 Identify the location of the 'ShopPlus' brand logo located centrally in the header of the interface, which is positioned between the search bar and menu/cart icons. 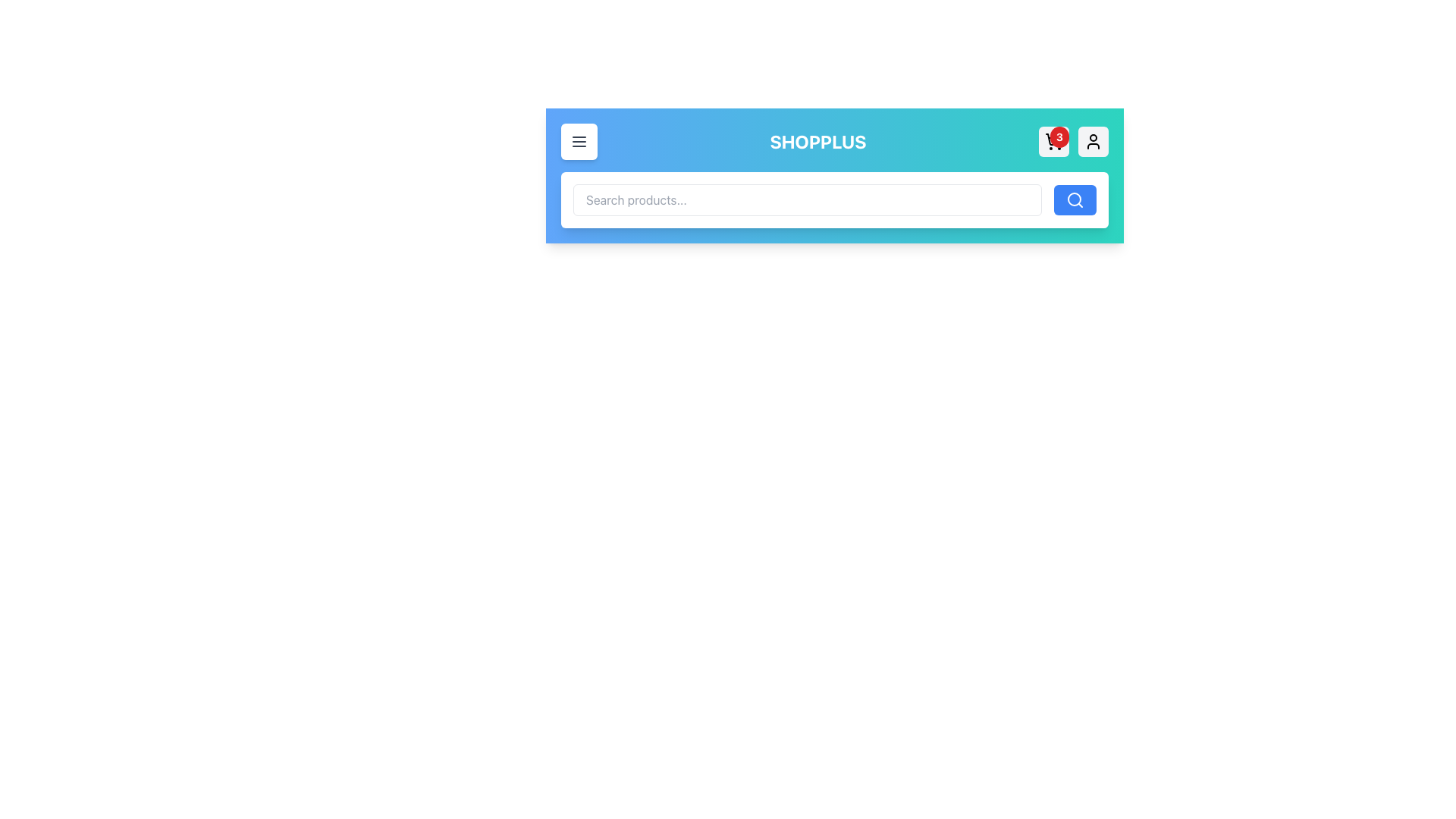
(817, 141).